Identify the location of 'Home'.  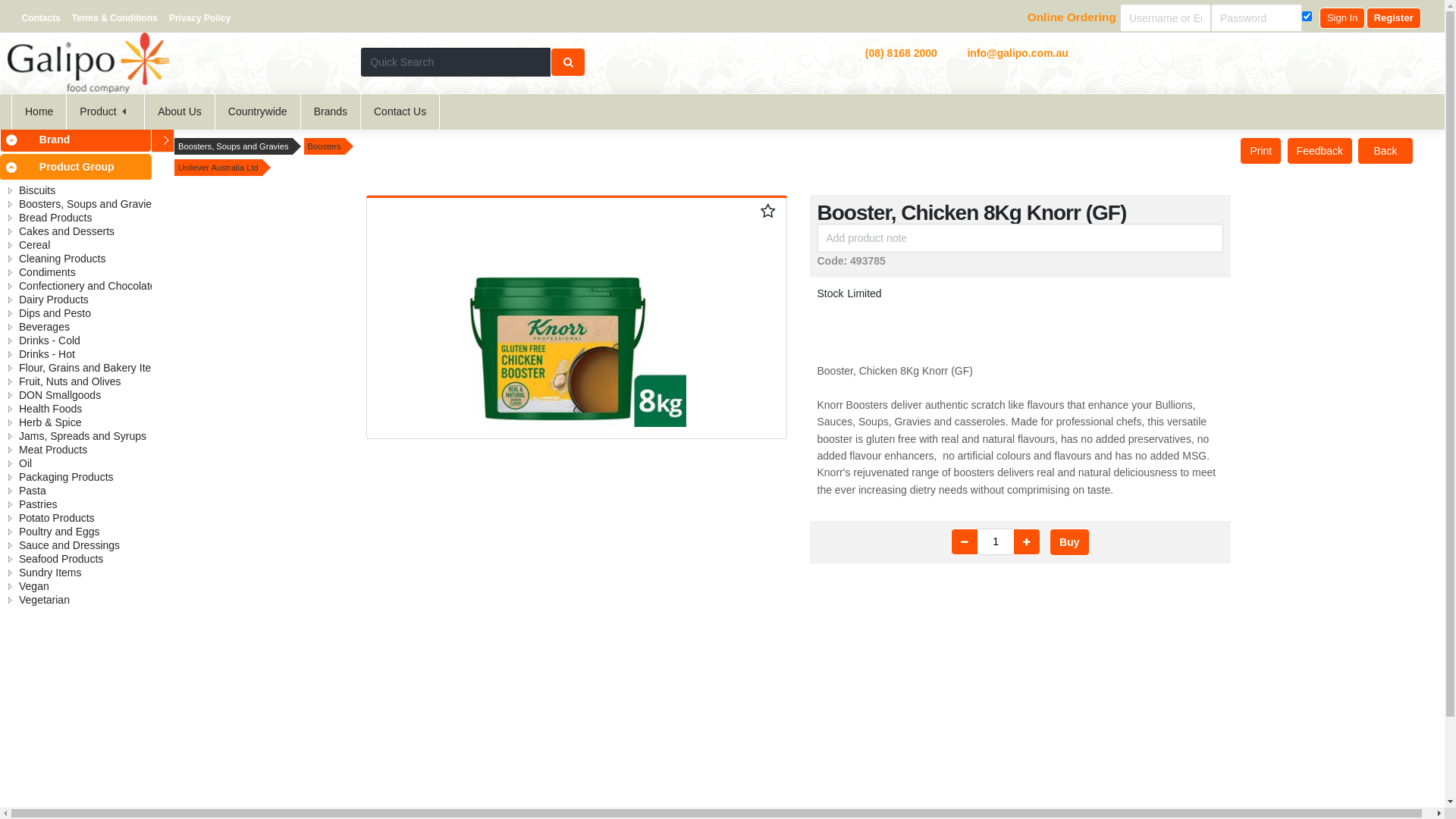
(39, 110).